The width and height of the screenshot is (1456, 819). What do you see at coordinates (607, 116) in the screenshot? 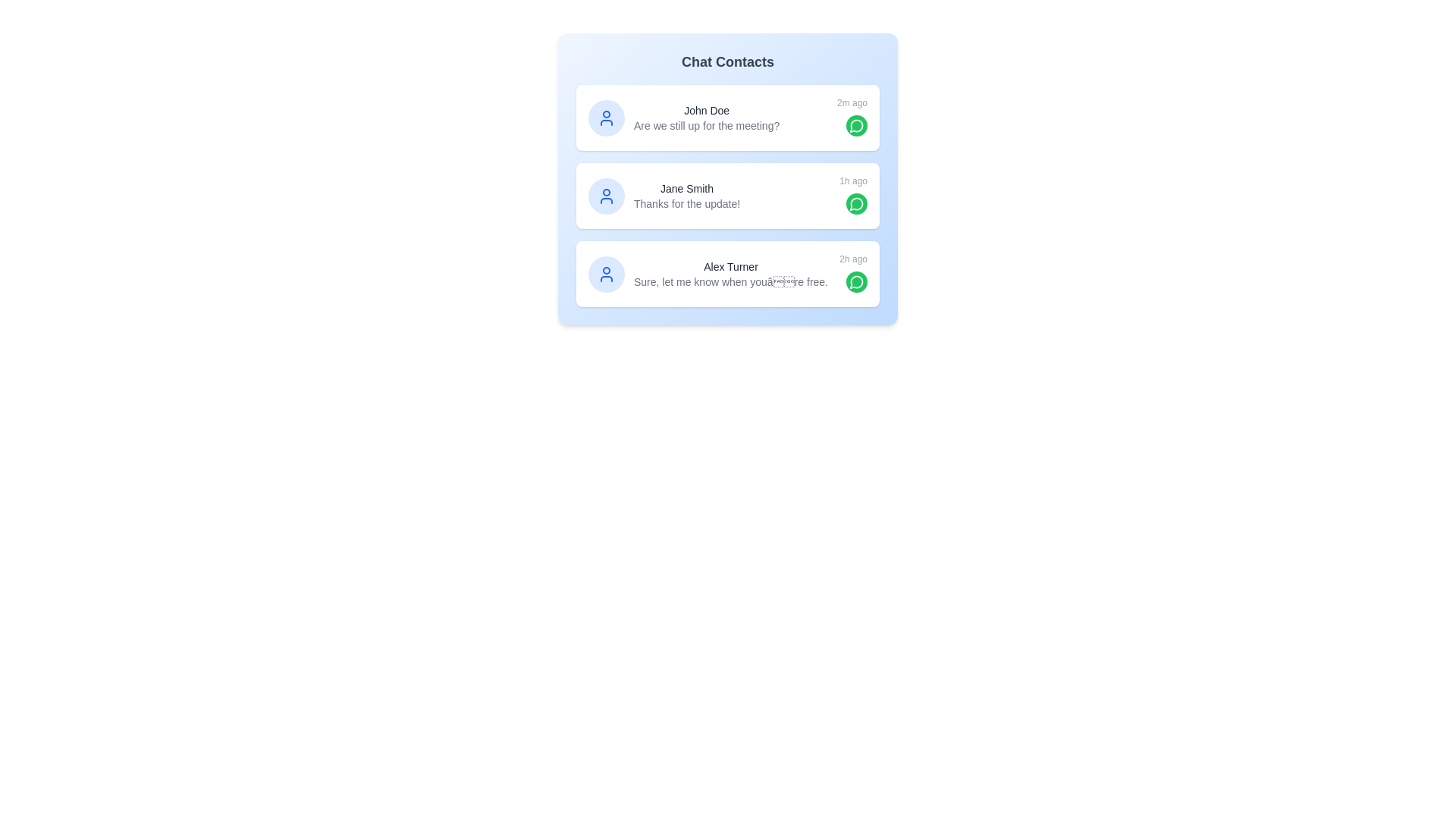
I see `the name or avatar of John Doe to view their details` at bounding box center [607, 116].